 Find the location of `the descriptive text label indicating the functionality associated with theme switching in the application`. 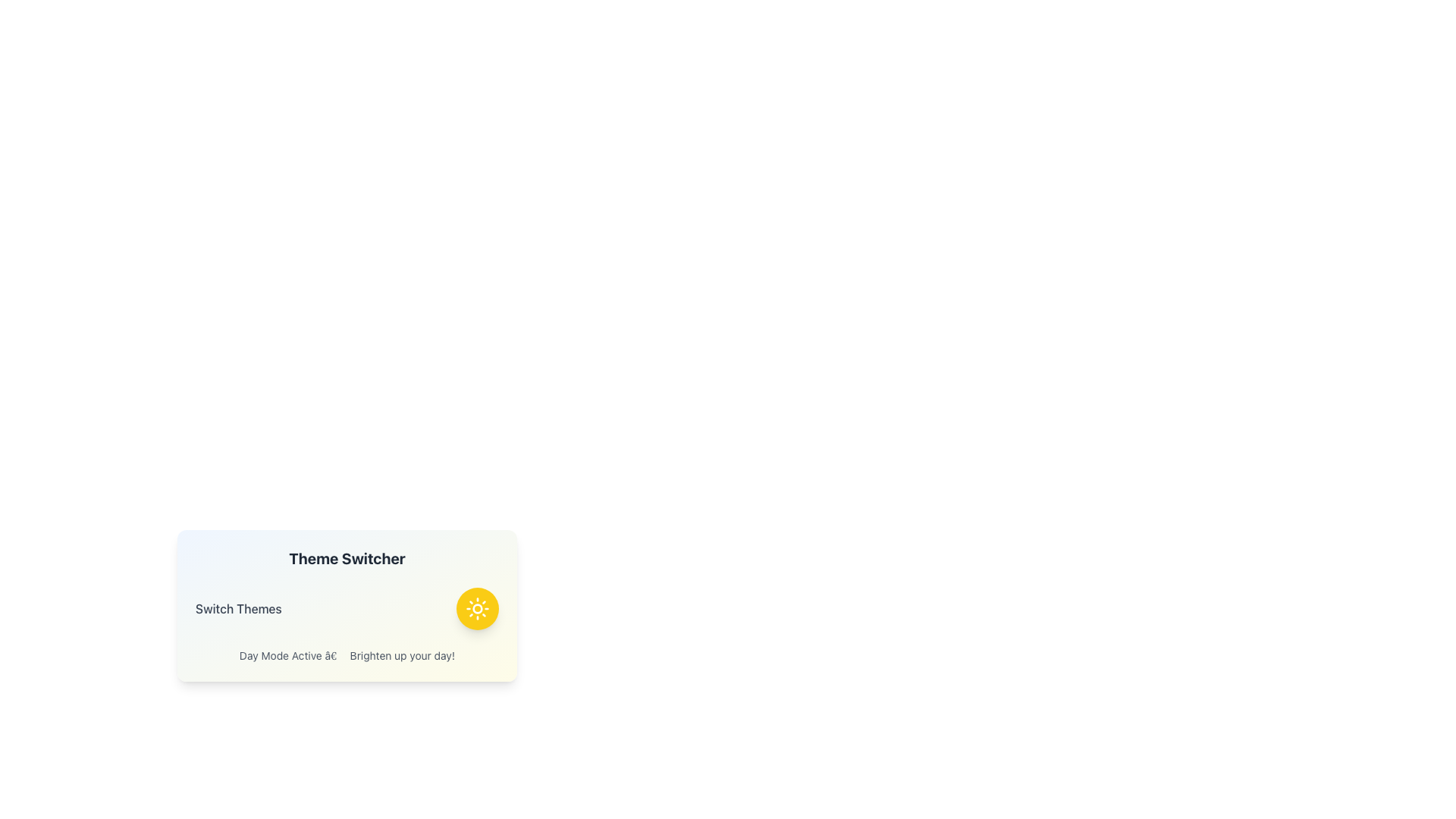

the descriptive text label indicating the functionality associated with theme switching in the application is located at coordinates (237, 607).